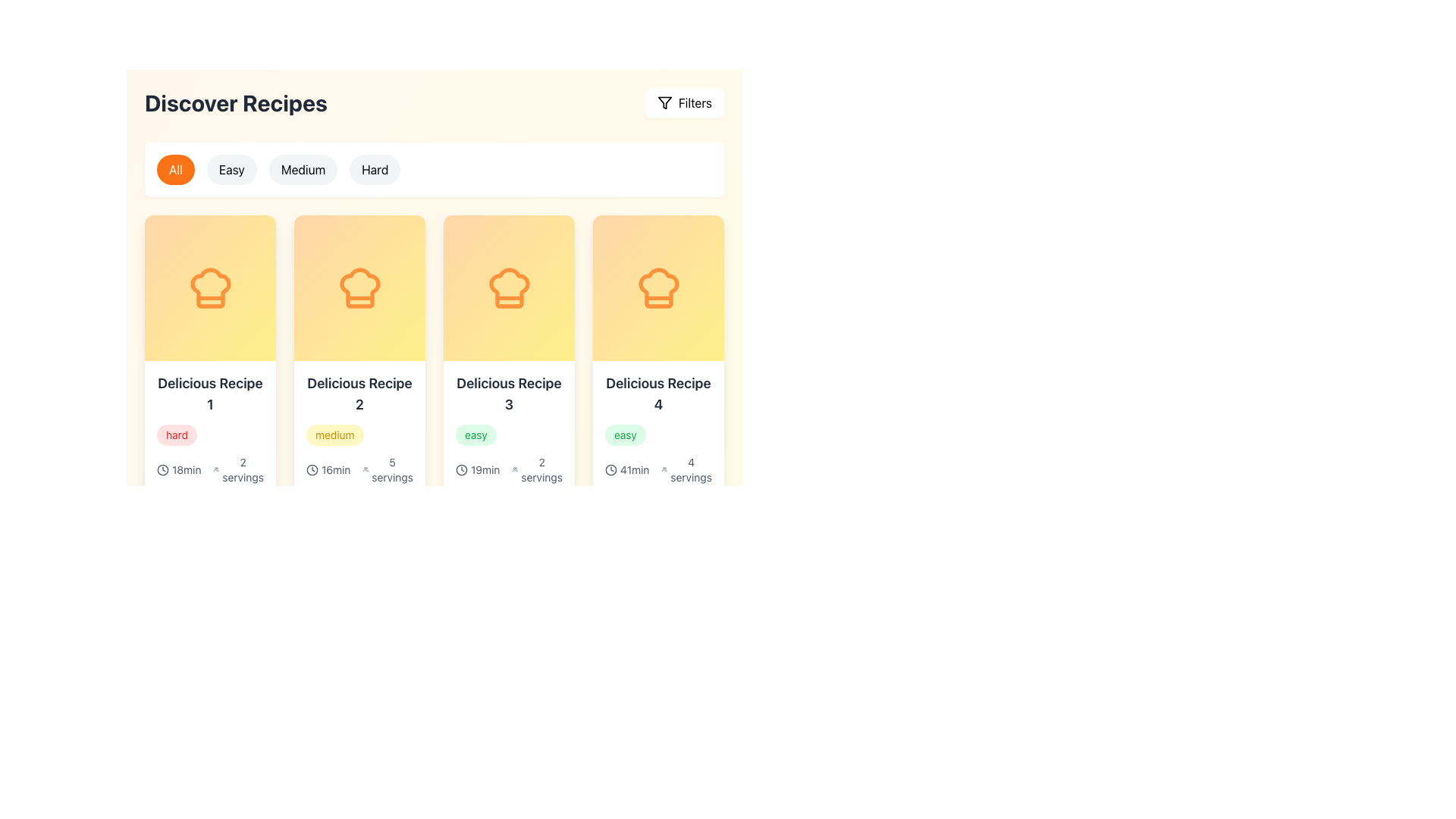 The height and width of the screenshot is (819, 1456). What do you see at coordinates (209, 288) in the screenshot?
I see `the decorative icon with a gradient background featuring an orange chef hat icon, located at the top of the first recipe card titled 'Delicious Recipe 1'` at bounding box center [209, 288].